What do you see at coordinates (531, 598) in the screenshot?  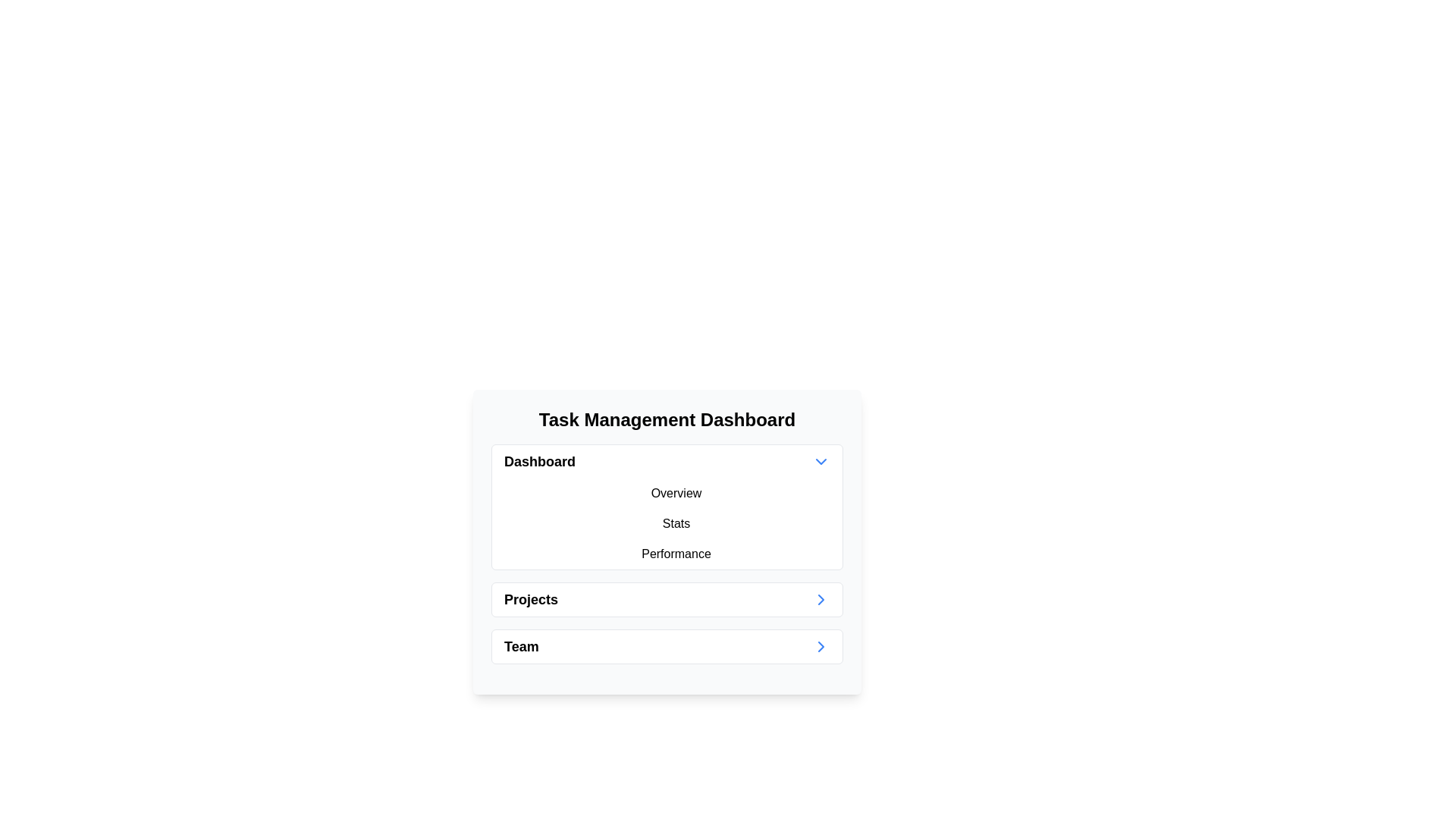 I see `the 'Projects' text label located under the 'Task Management Dashboard' header in the menu, which is the second list item and is positioned above the 'Team' list item` at bounding box center [531, 598].